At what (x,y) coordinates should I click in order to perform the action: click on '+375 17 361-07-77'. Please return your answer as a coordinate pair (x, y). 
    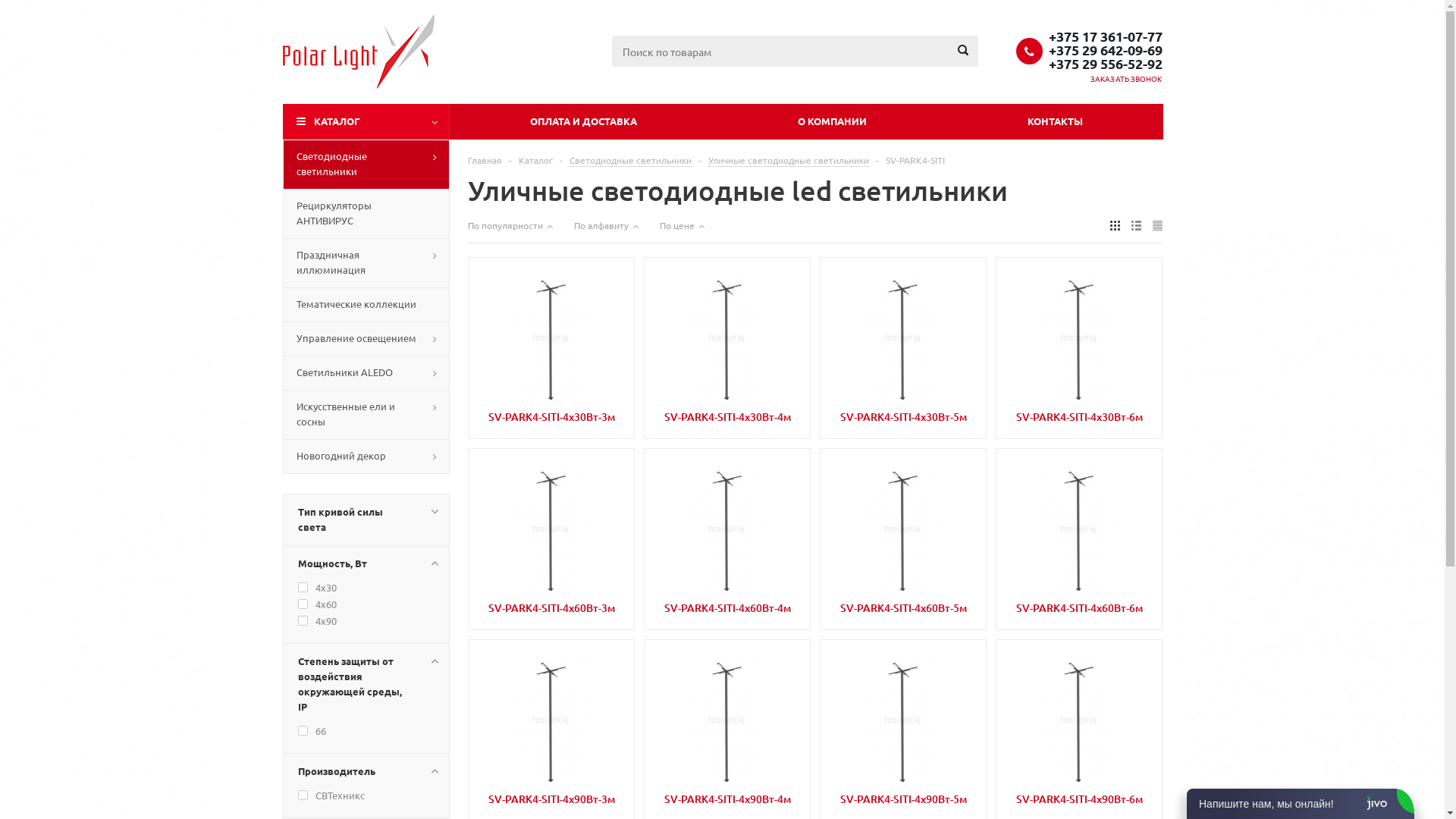
    Looking at the image, I should click on (1105, 34).